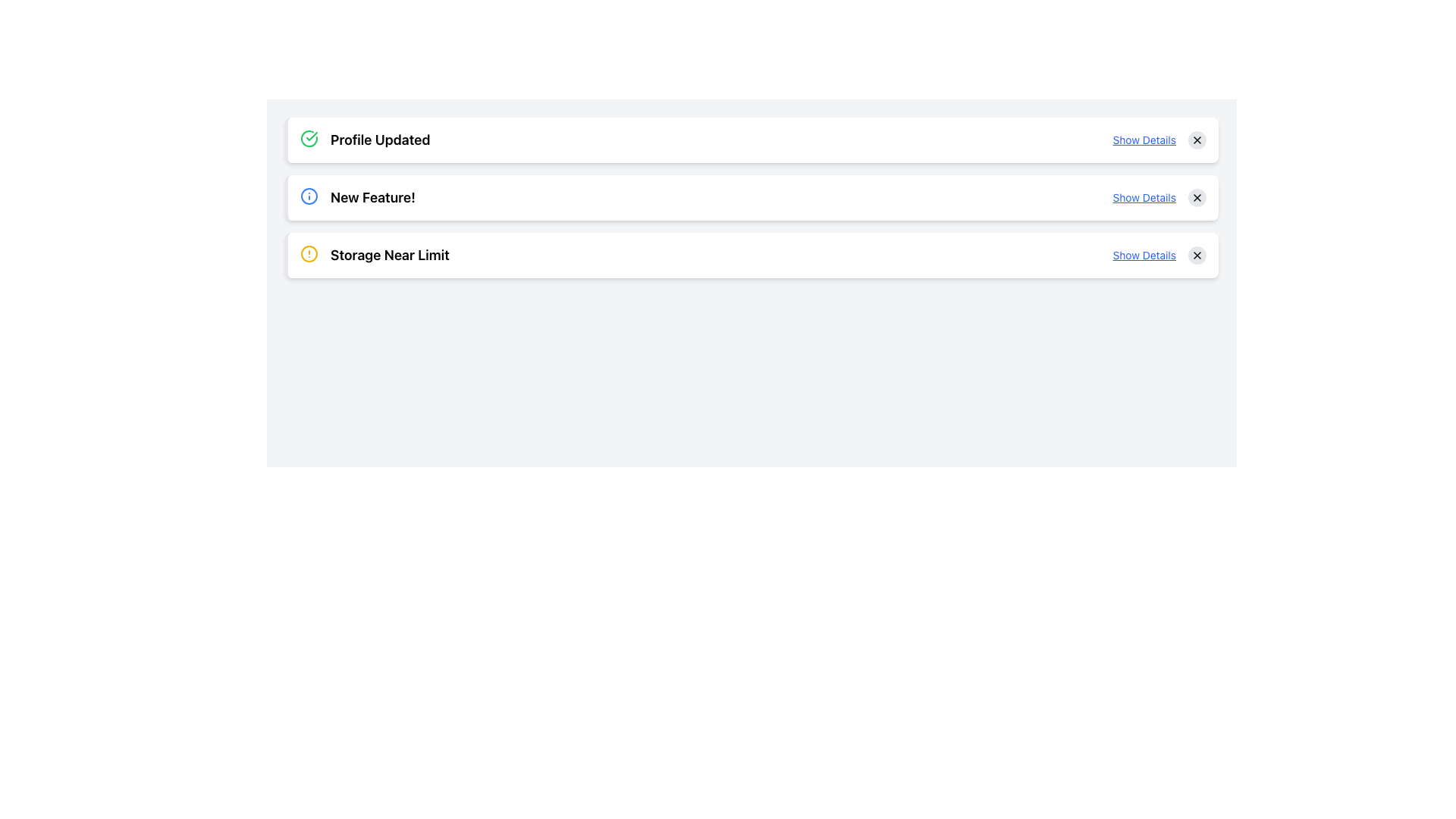  I want to click on the 'Show Details' hyperlink text, styled in blue and underlined, located in the upper-right section of the 'New Feature!' notification card, so click(1159, 197).